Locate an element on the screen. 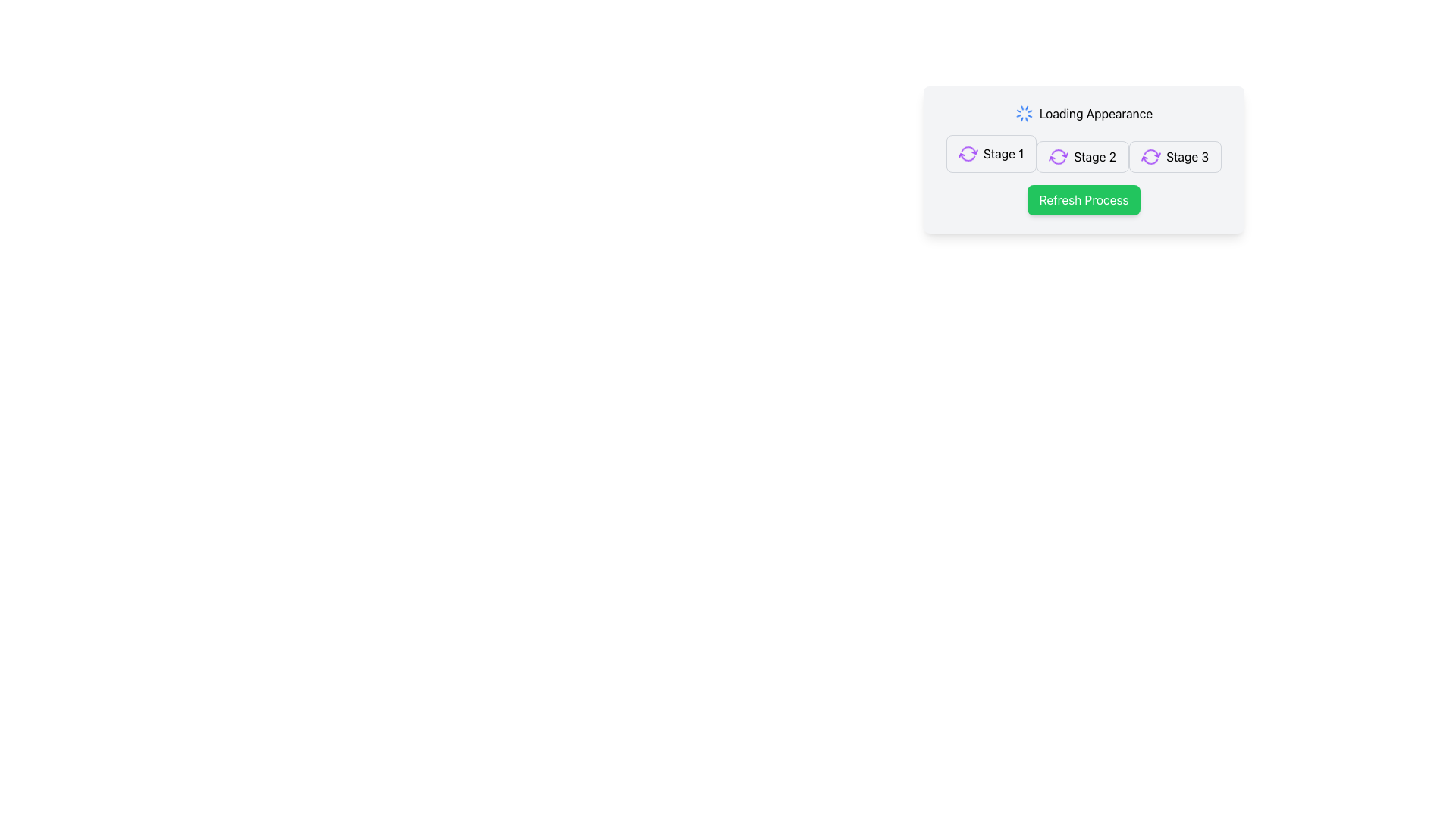 The height and width of the screenshot is (819, 1456). the Label with Icon that contains a purple rotating icon and the text 'Stage 1', positioned in the top-left corner of a horizontal list is located at coordinates (991, 154).